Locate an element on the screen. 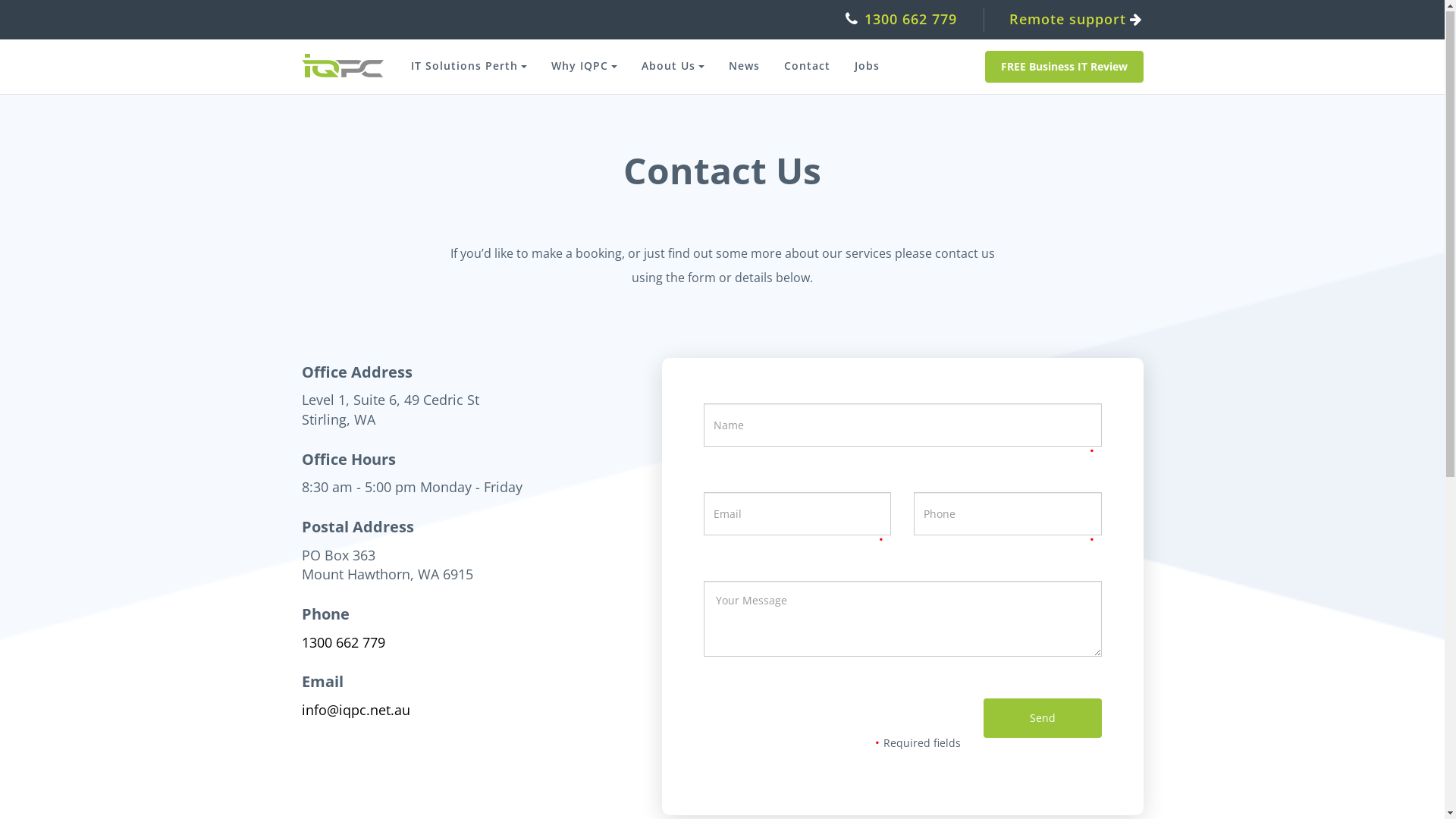  '1300 662 779' is located at coordinates (902, 20).